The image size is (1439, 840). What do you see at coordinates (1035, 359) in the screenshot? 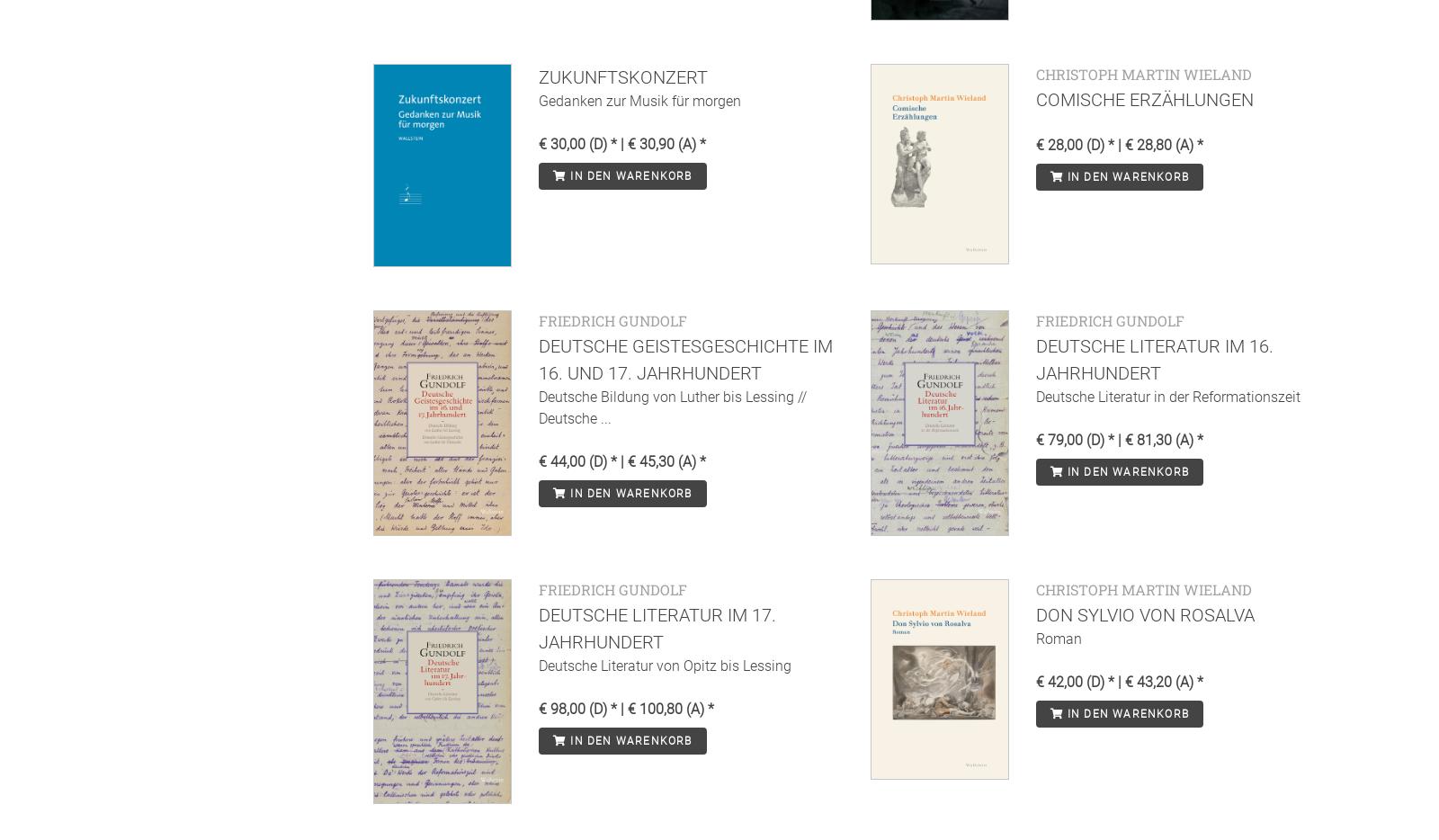
I see `'Deutsche Literatur im 16. Jahrhundert'` at bounding box center [1035, 359].